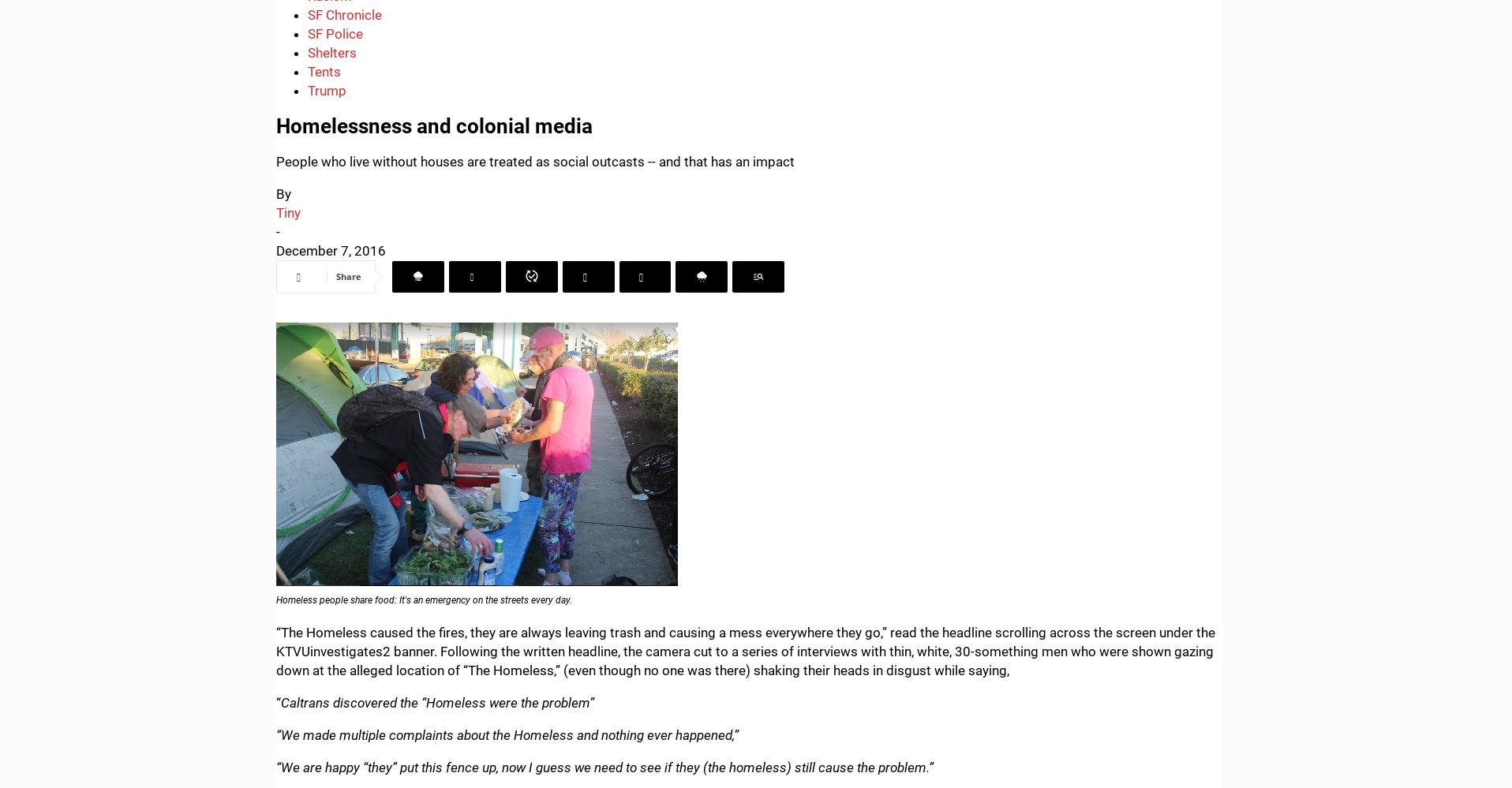 The height and width of the screenshot is (788, 1512). What do you see at coordinates (345, 14) in the screenshot?
I see `'SF Chronicle'` at bounding box center [345, 14].